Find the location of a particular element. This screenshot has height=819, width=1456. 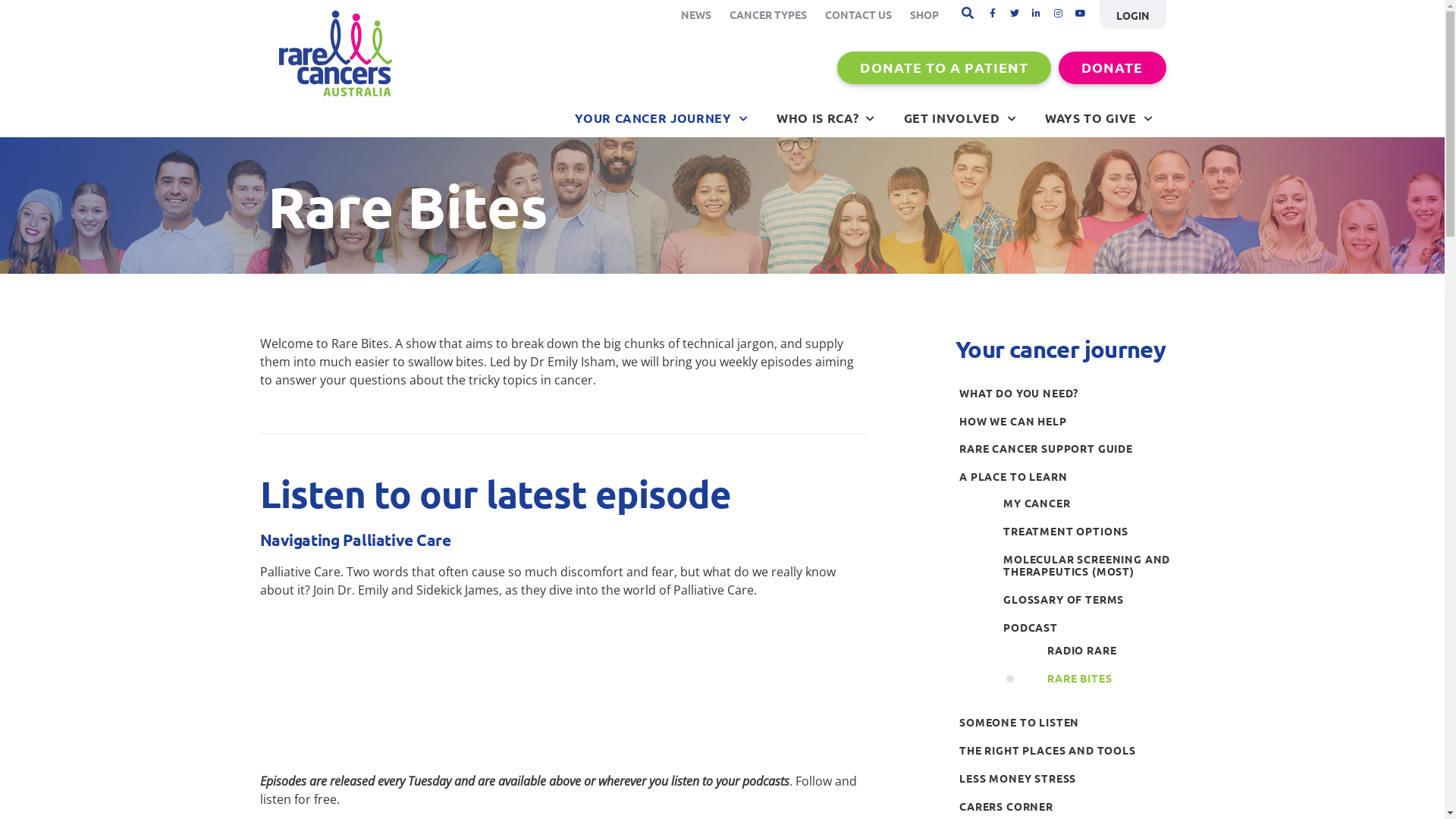

'CANCER TYPES' is located at coordinates (767, 14).